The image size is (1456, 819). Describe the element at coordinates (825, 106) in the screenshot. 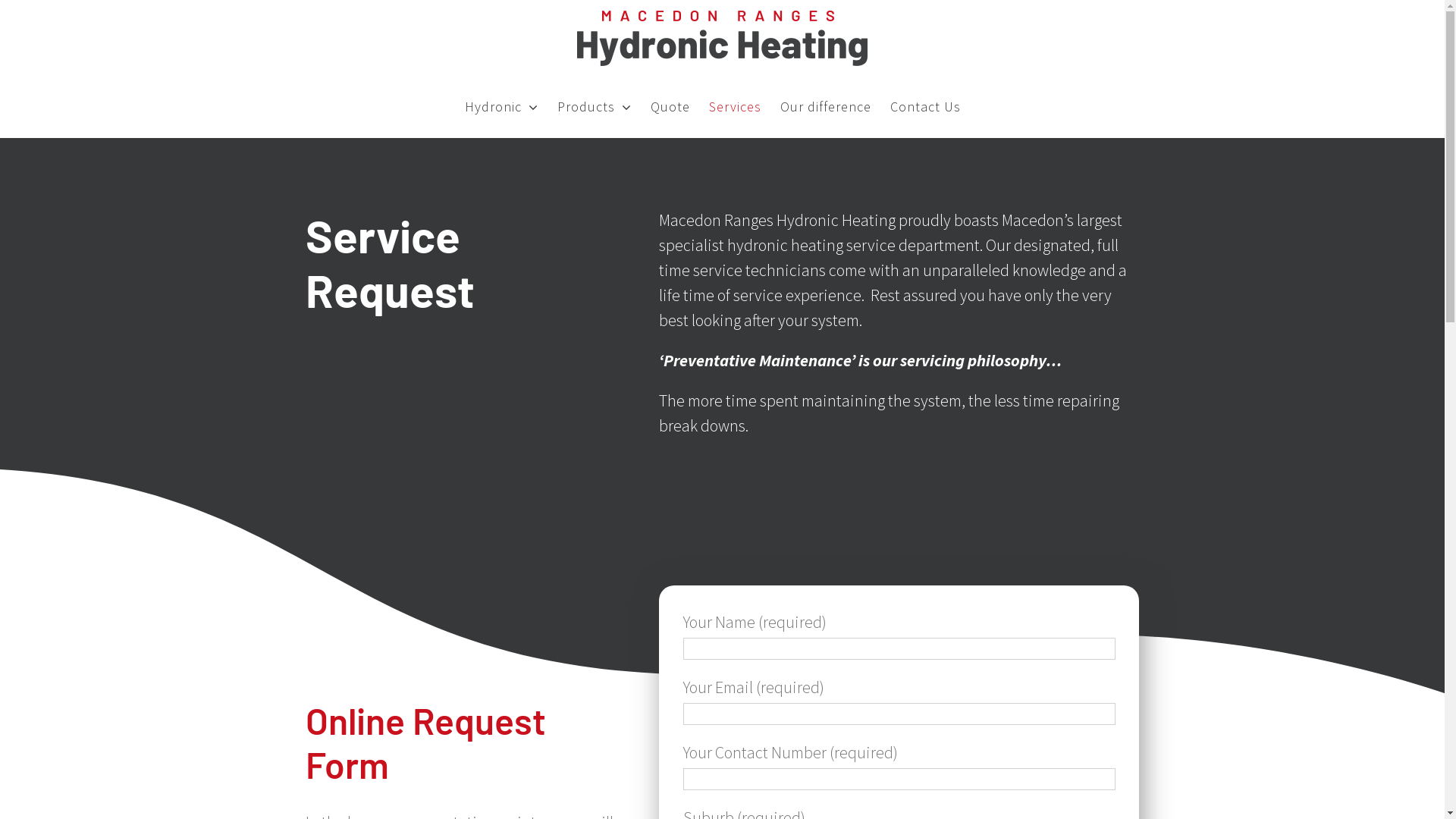

I see `'Our difference'` at that location.